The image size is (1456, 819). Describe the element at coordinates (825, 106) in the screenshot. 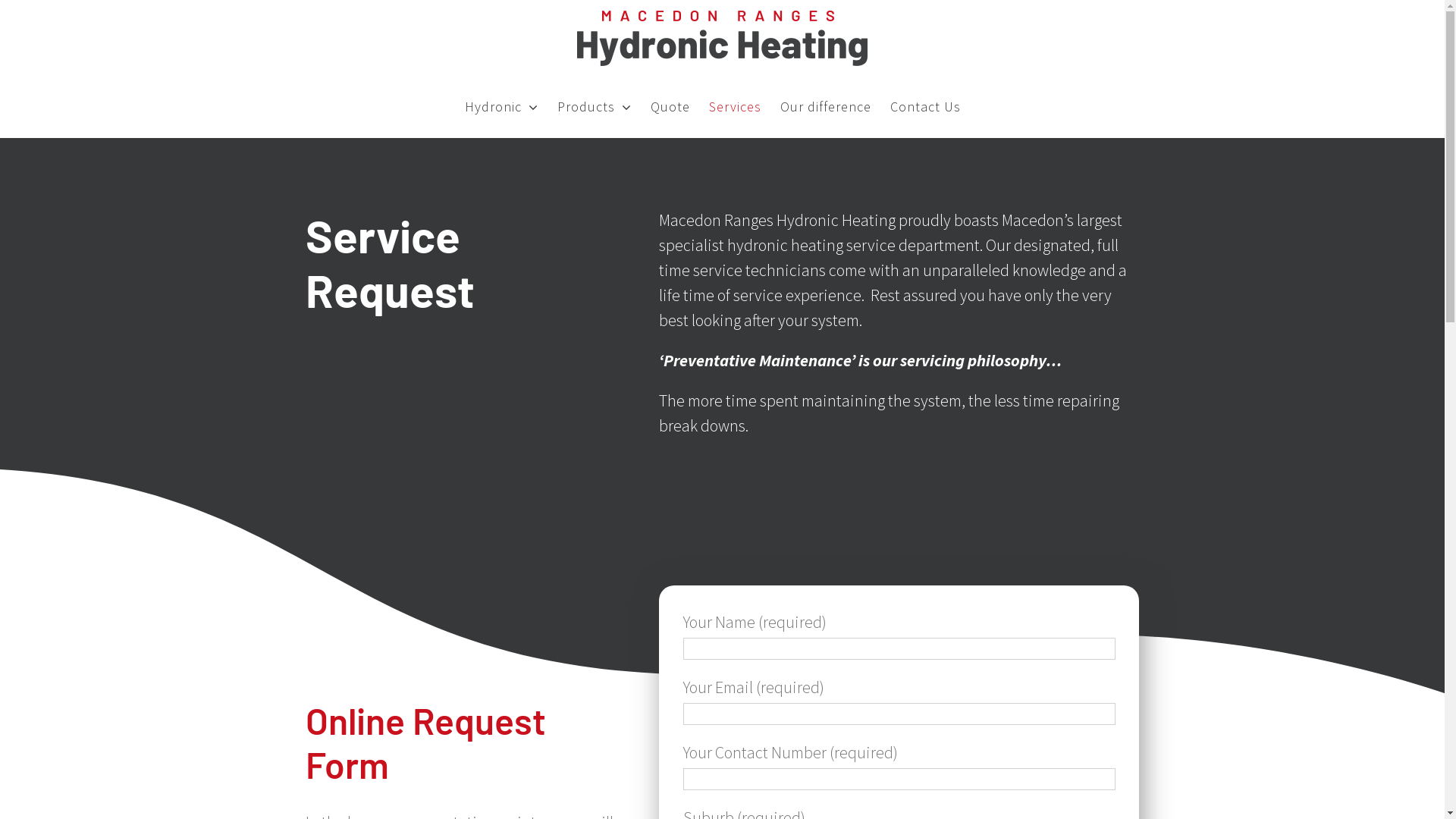

I see `'Our difference'` at that location.